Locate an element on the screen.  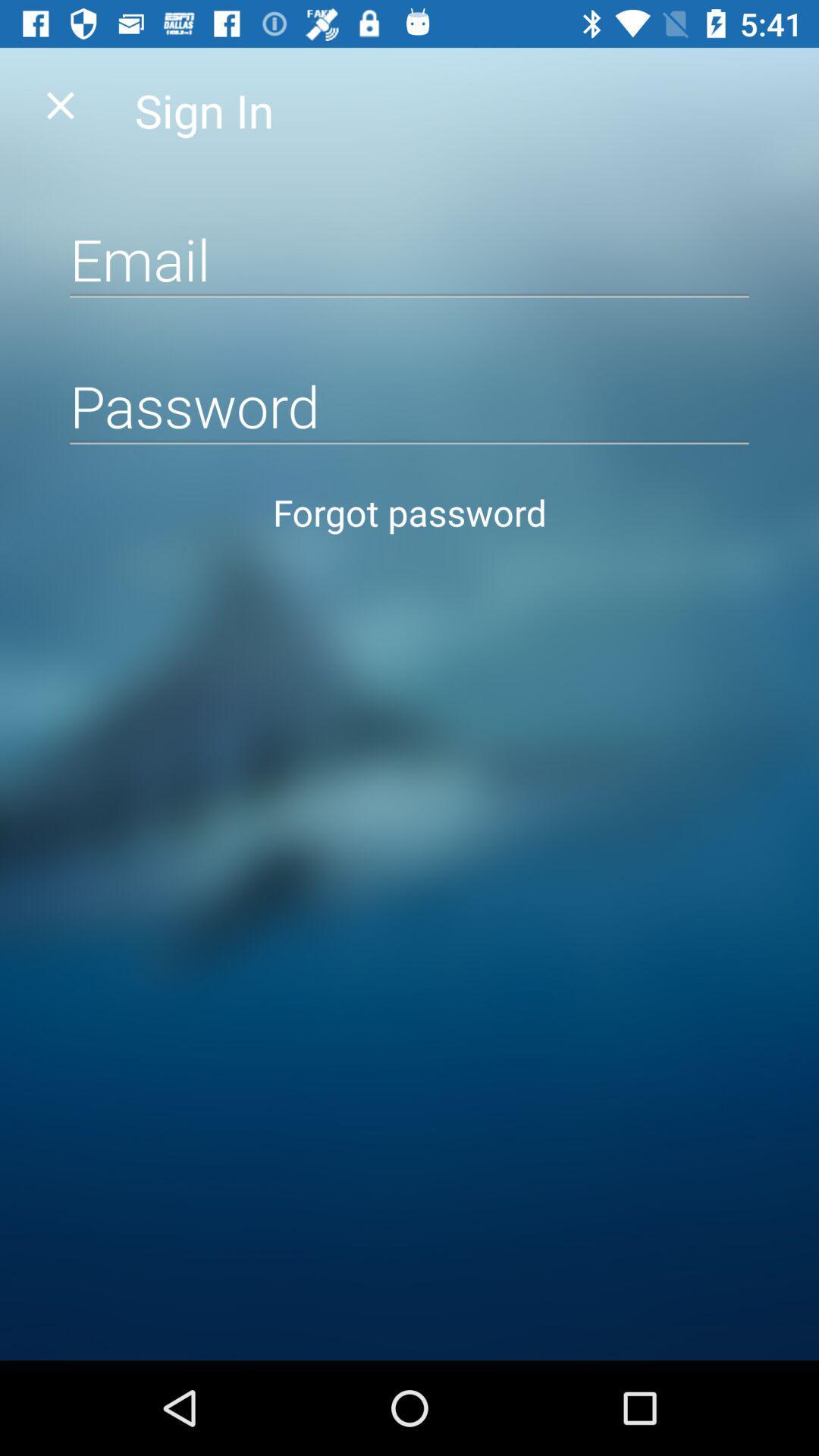
type password is located at coordinates (409, 406).